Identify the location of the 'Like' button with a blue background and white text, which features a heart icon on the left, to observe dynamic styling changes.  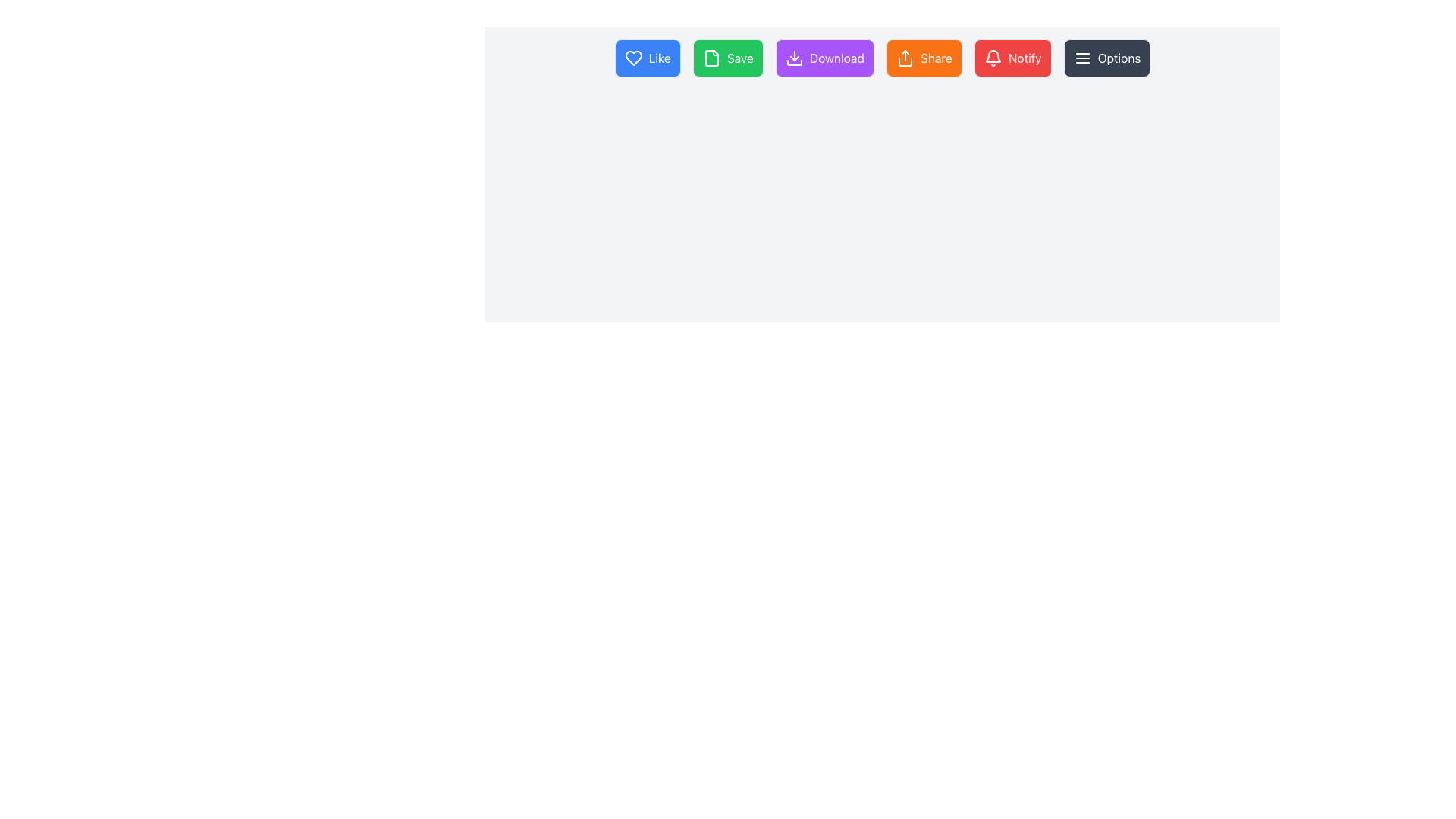
(648, 58).